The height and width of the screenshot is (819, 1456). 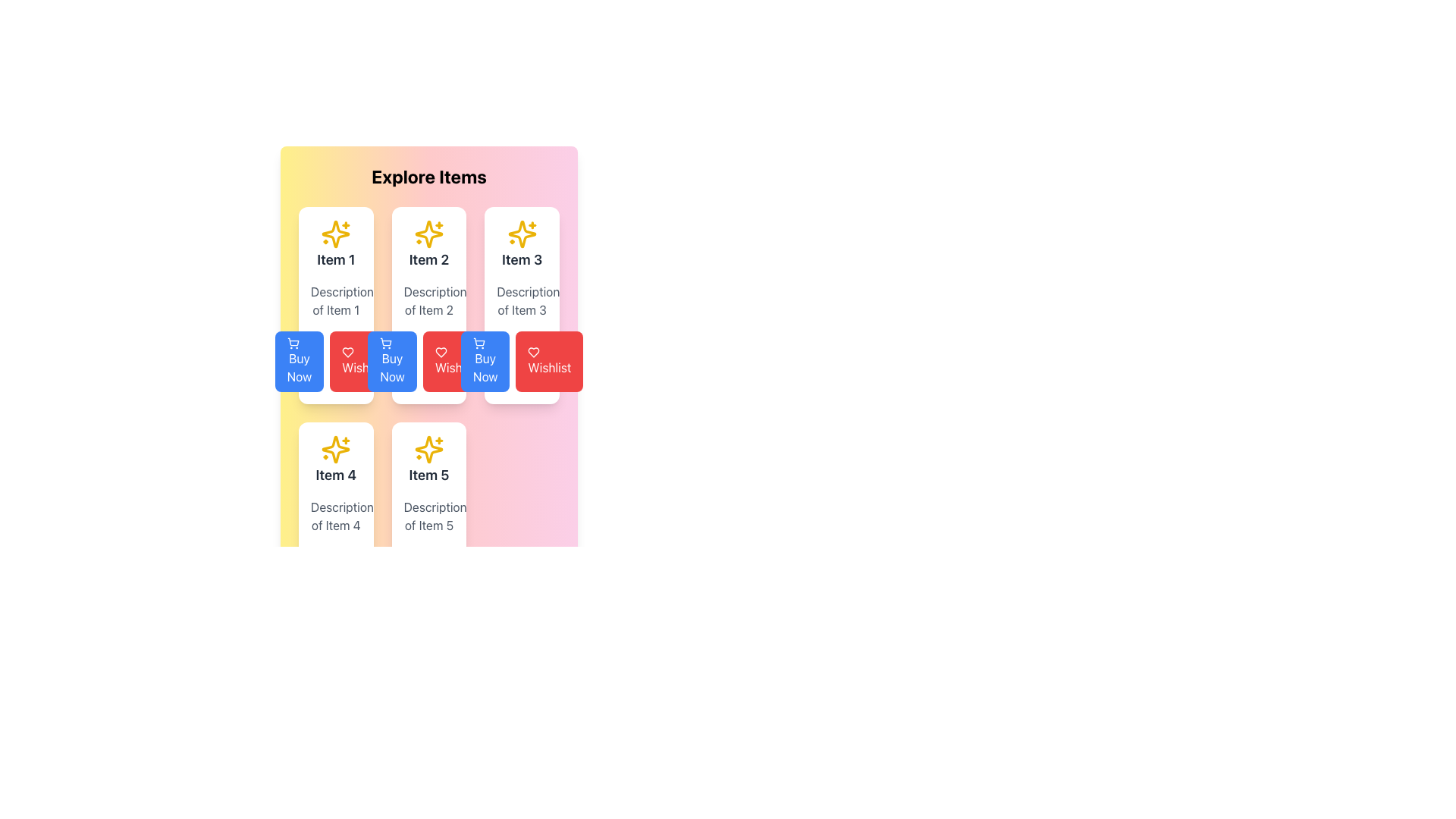 I want to click on the Text Block that describes 'Item 5', located within the card in the second row and second column of the grid, positioned below the item title and above the button group, so click(x=428, y=516).